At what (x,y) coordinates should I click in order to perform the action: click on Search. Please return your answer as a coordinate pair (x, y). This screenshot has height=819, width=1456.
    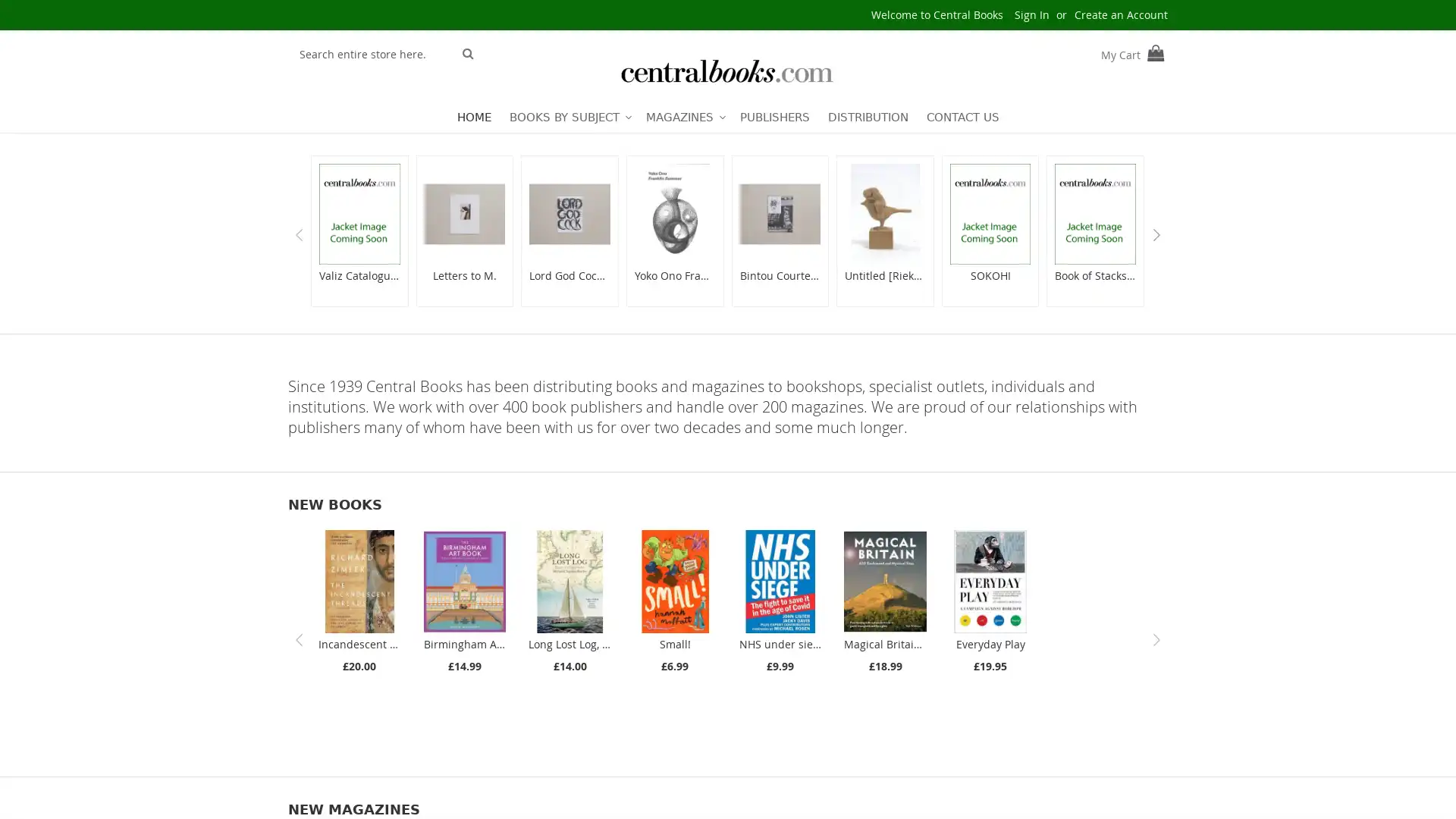
    Looking at the image, I should click on (467, 52).